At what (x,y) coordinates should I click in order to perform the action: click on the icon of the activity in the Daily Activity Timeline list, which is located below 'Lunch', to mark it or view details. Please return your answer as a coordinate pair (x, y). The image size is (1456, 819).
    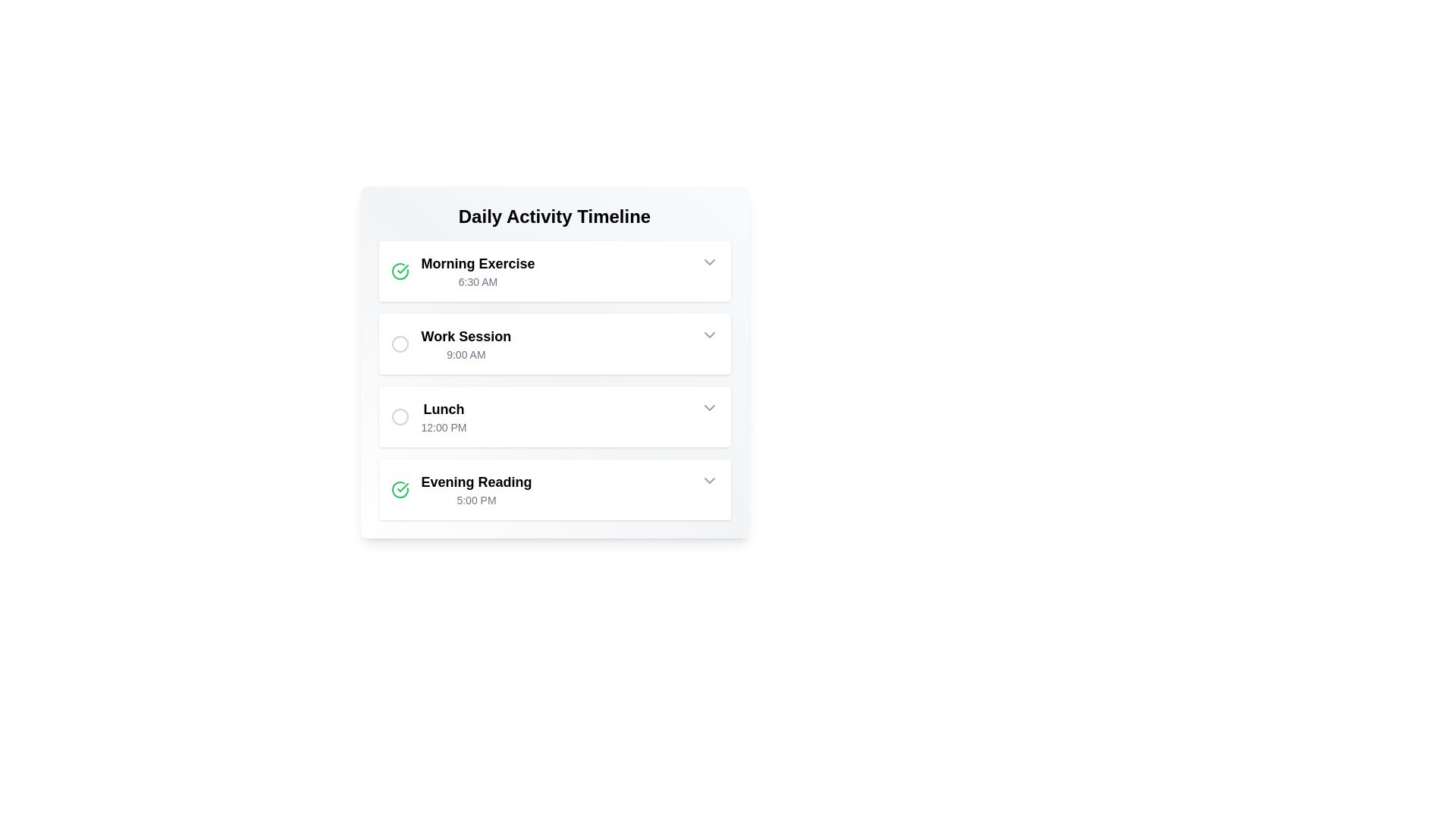
    Looking at the image, I should click on (460, 489).